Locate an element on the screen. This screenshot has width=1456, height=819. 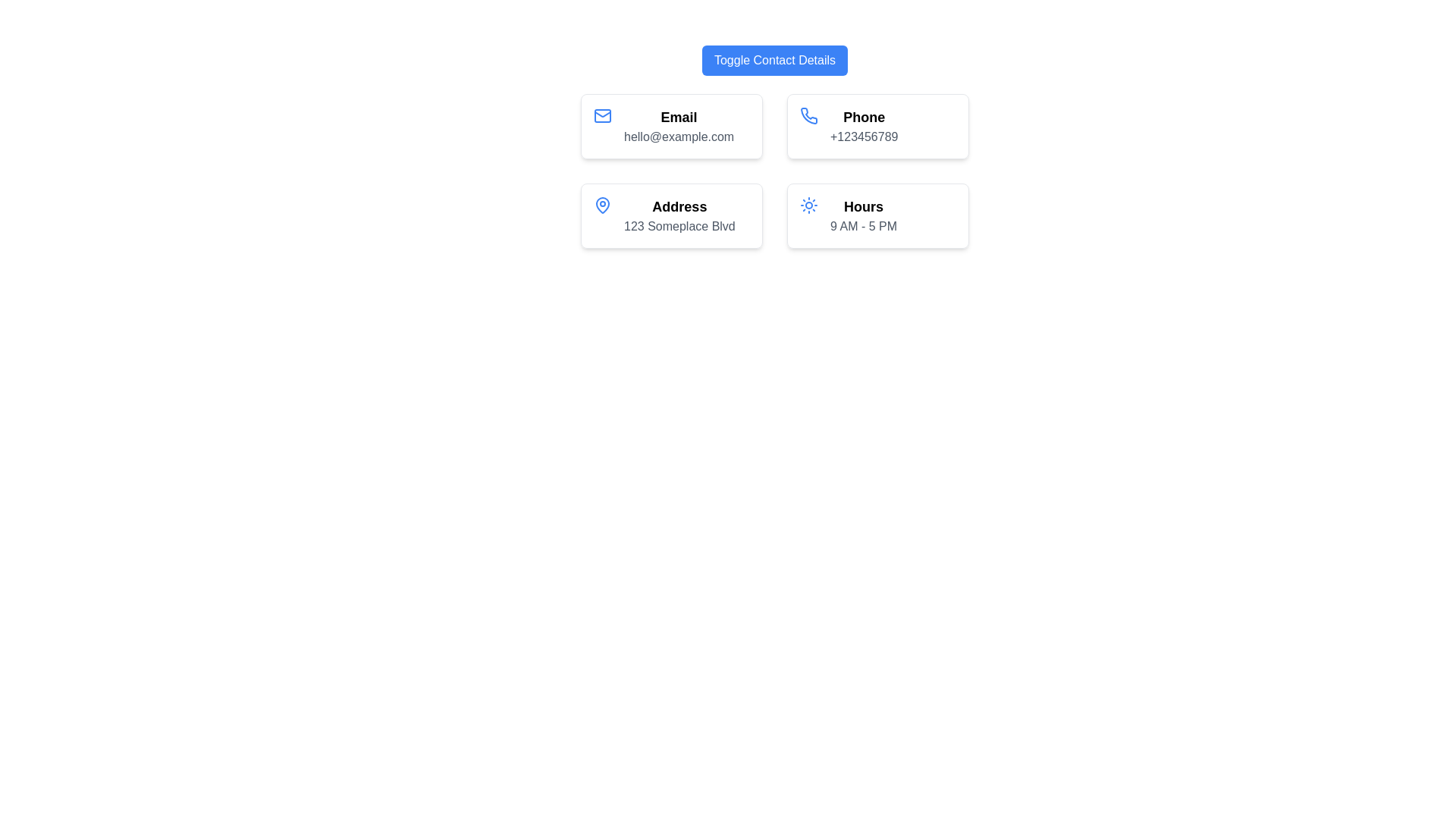
the 'Hours' icon located in the bottom right card of the layout, which visually represents the concept of 'Hours' or time is located at coordinates (808, 216).